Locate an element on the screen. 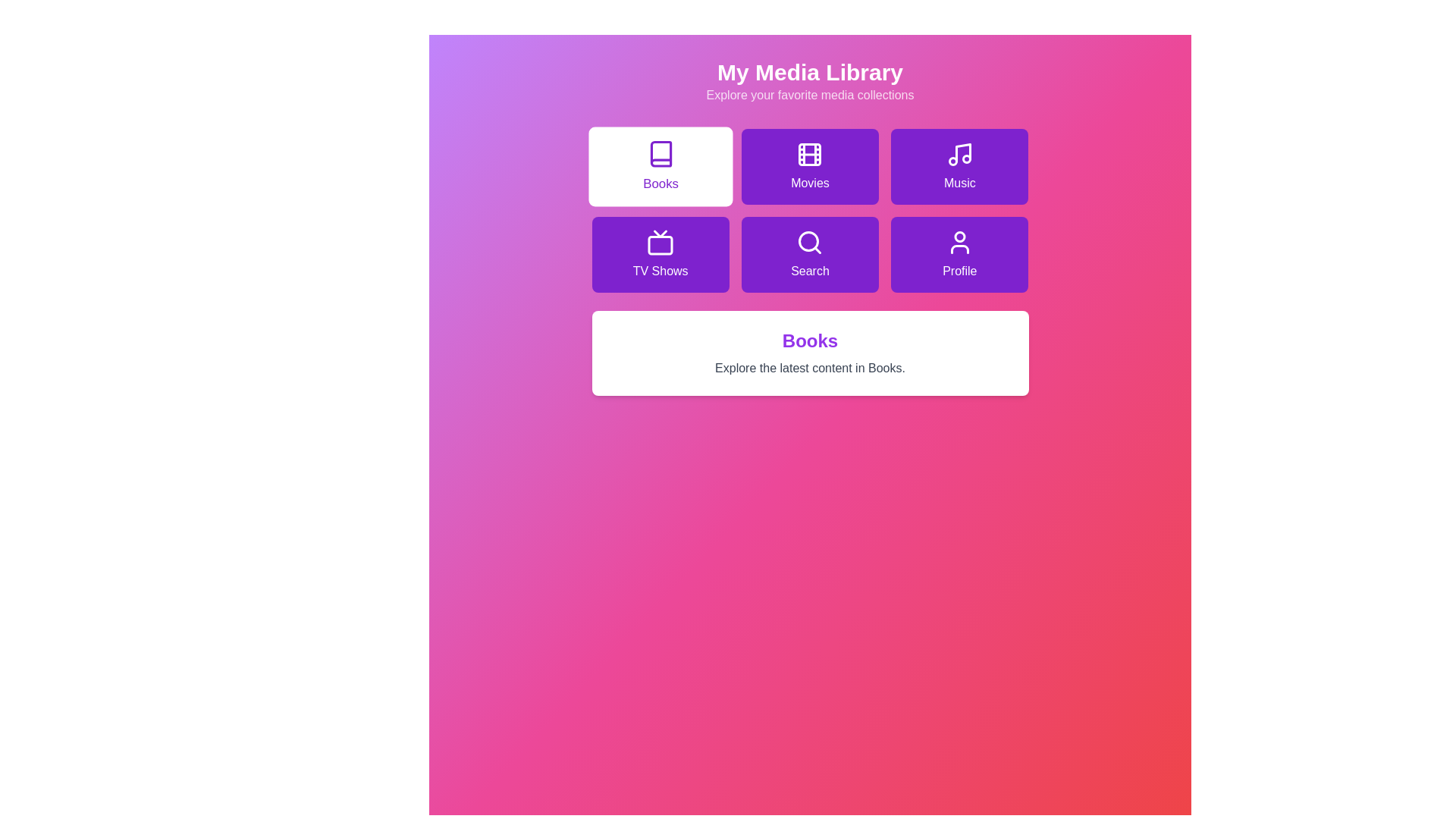 The image size is (1456, 819). the bottom right button in a 3x2 grid layout is located at coordinates (959, 253).